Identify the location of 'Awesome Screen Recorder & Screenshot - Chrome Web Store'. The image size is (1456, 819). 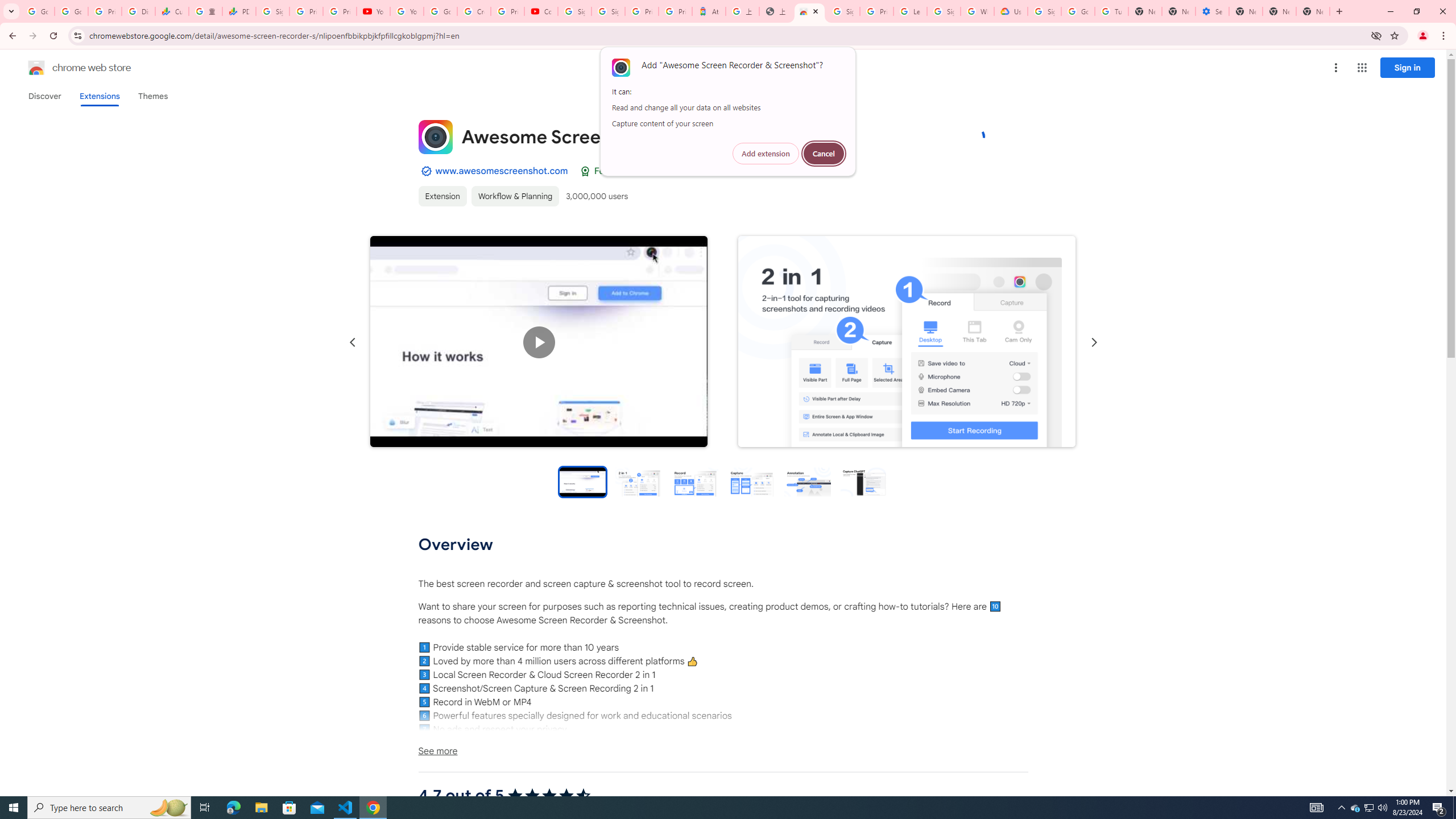
(809, 11).